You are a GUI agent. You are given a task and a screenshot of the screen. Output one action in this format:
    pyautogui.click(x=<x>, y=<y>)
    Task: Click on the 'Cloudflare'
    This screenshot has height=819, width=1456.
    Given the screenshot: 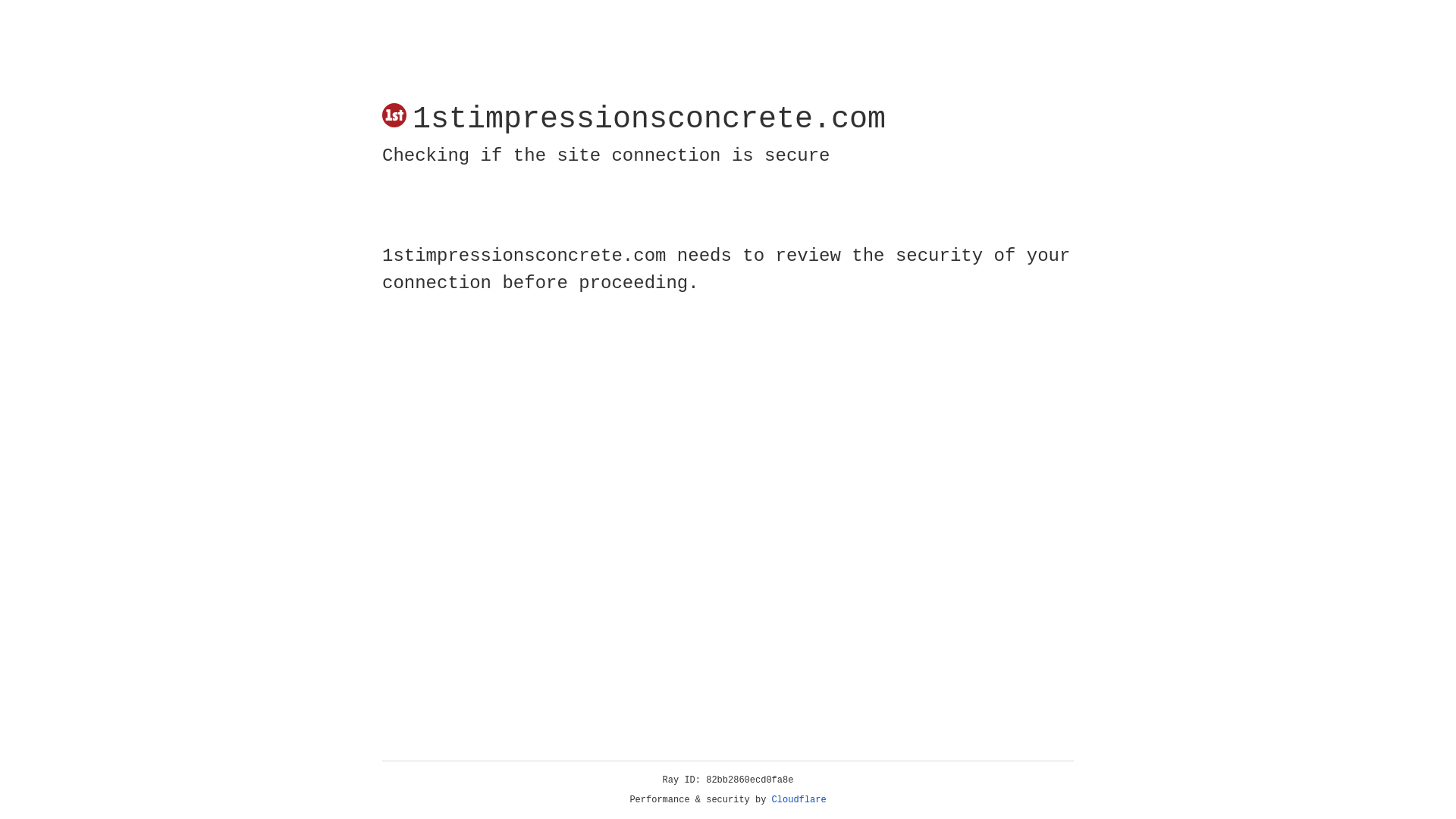 What is the action you would take?
    pyautogui.click(x=799, y=799)
    